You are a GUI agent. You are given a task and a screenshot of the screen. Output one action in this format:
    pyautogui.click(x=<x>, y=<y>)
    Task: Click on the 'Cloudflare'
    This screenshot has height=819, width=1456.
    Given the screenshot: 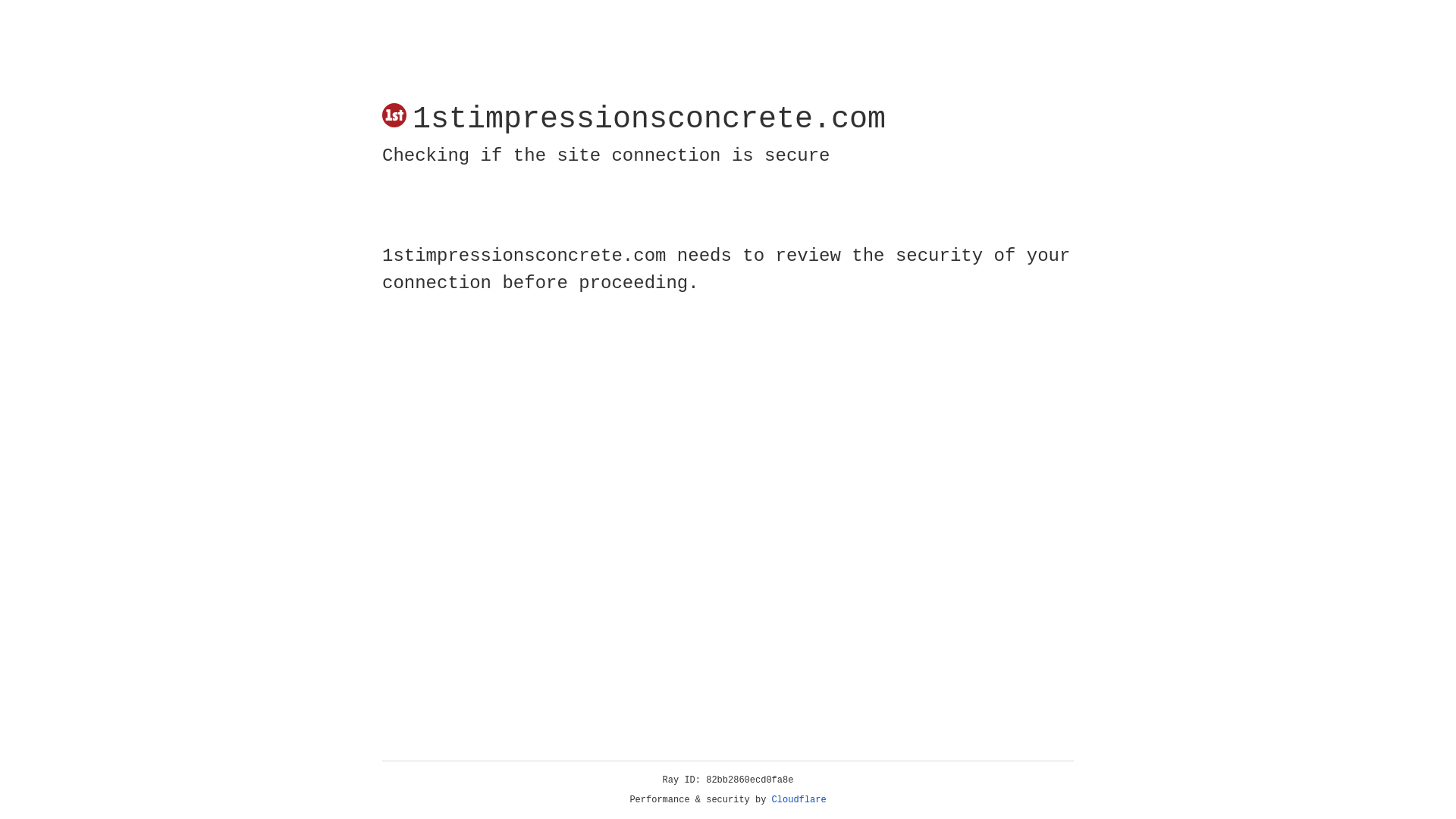 What is the action you would take?
    pyautogui.click(x=799, y=799)
    